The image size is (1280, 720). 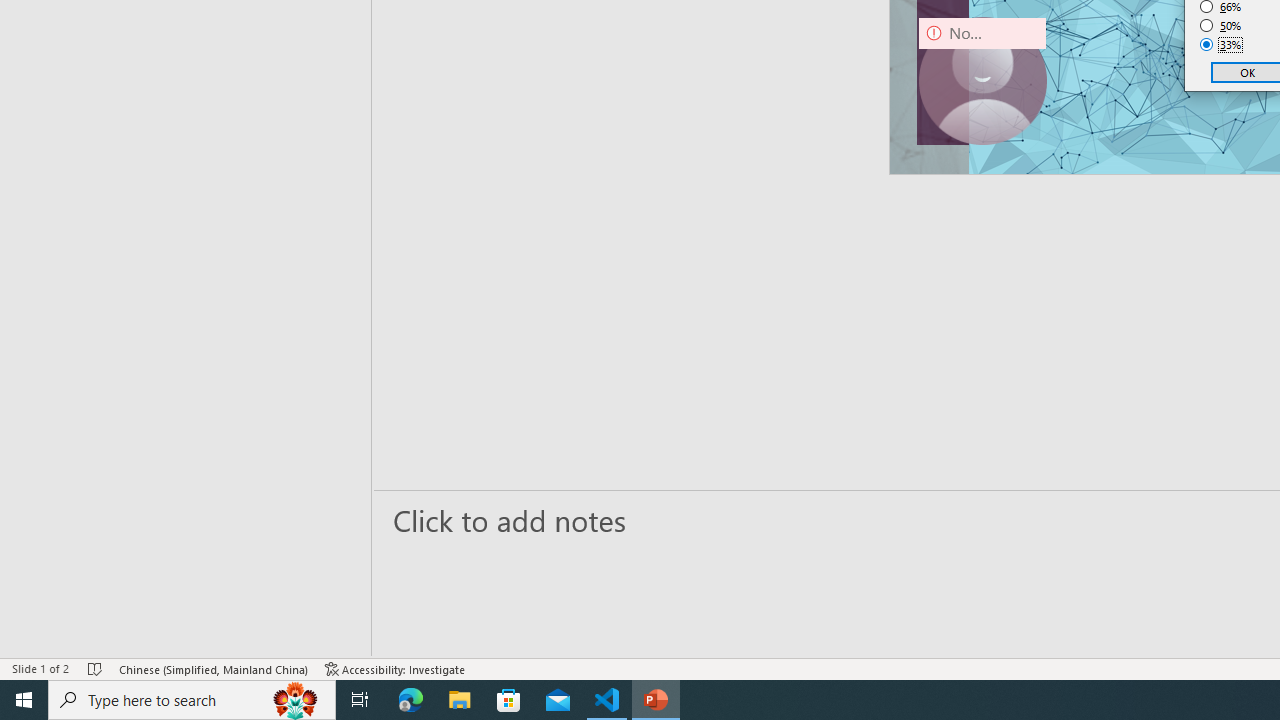 What do you see at coordinates (982, 80) in the screenshot?
I see `'Camera 9, No camera detected.'` at bounding box center [982, 80].